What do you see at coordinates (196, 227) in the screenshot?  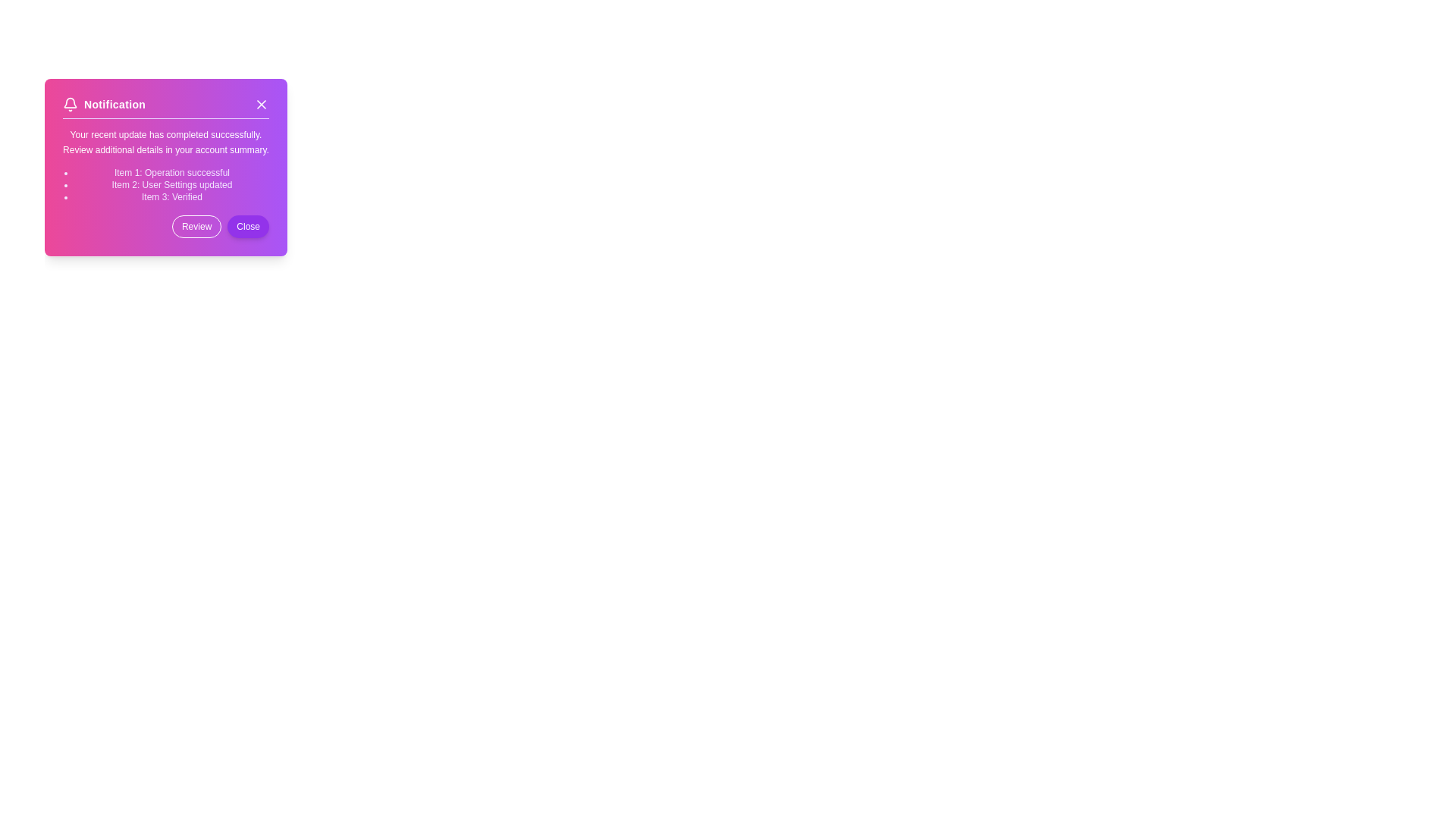 I see `the 'Review' button, which has a transparent background, white-bordered edges, and is located to the left of the 'Close' button in the lower right corner of the notification box` at bounding box center [196, 227].